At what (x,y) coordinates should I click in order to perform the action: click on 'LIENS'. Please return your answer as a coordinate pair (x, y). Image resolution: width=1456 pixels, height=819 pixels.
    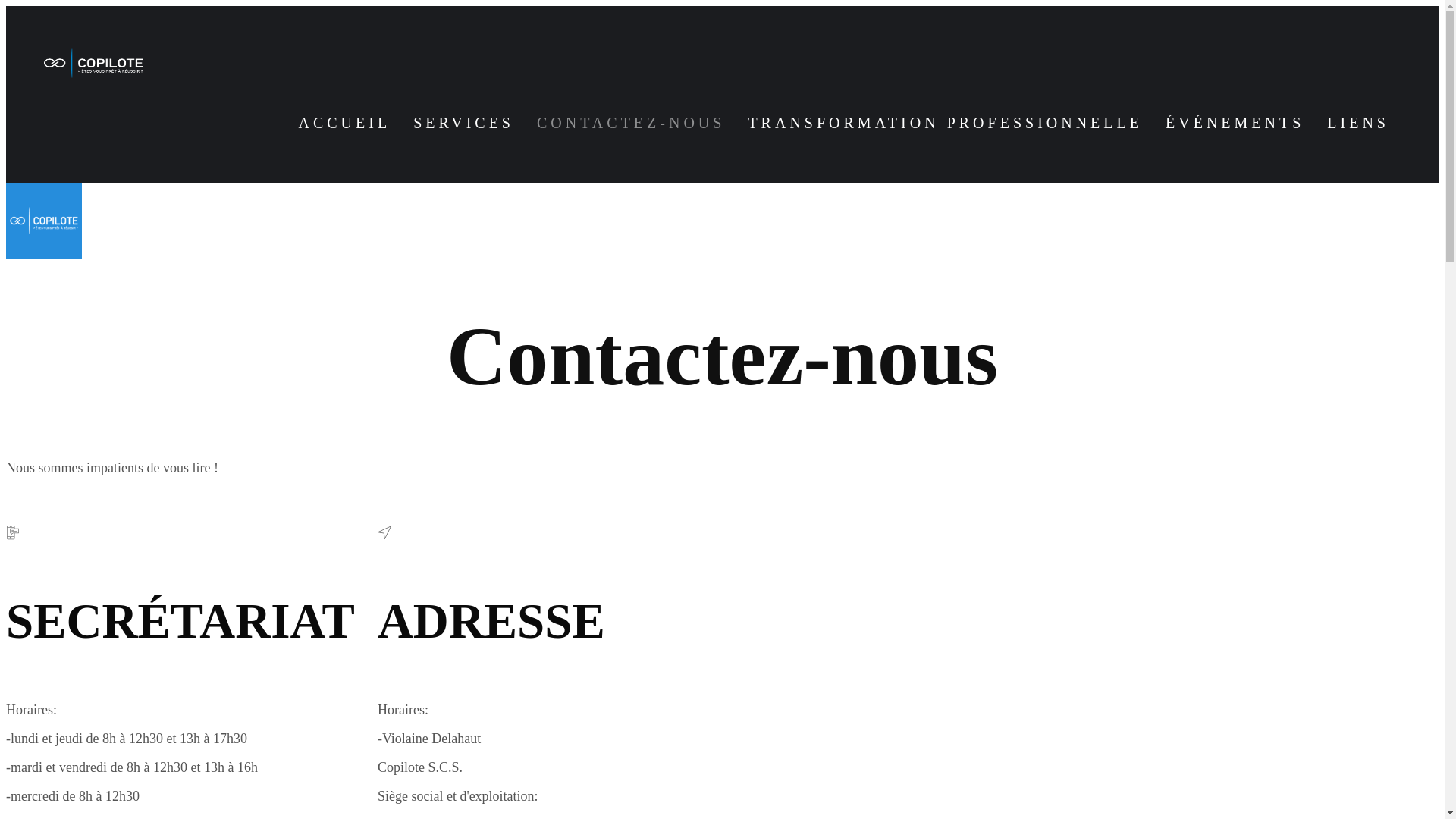
    Looking at the image, I should click on (1357, 122).